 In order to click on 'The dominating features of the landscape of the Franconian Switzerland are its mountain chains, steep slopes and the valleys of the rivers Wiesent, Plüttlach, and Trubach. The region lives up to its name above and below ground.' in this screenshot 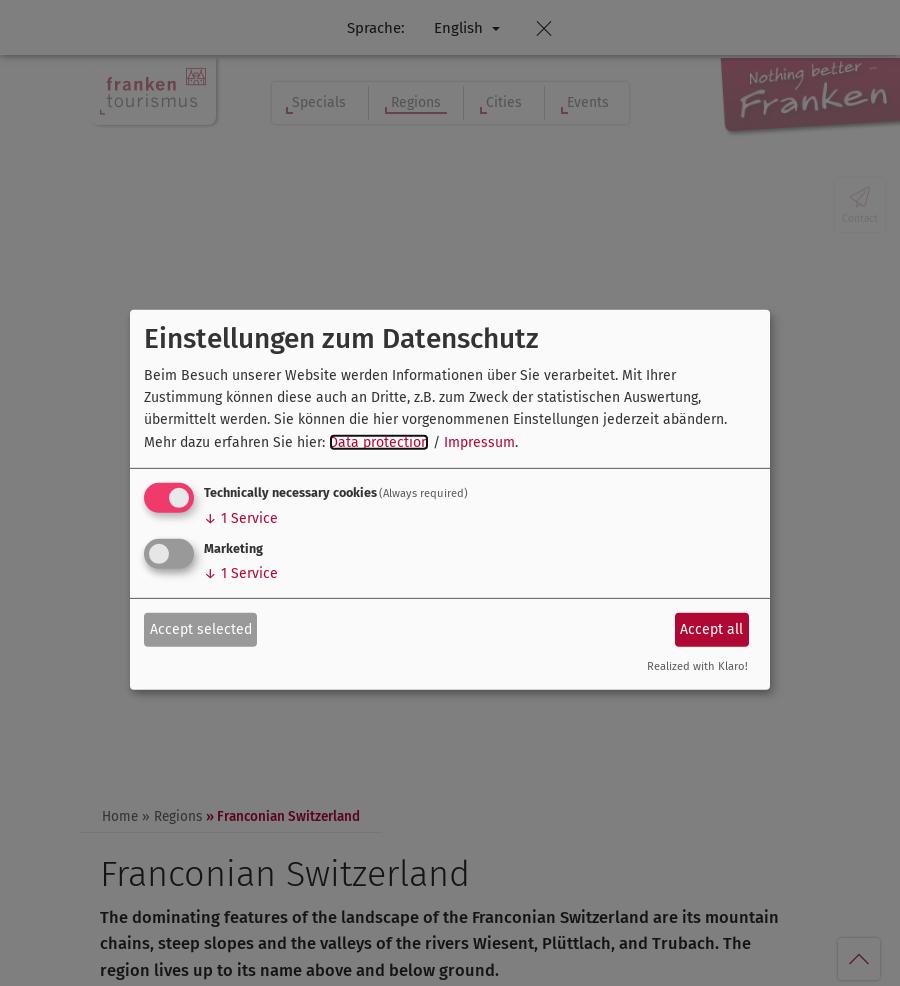, I will do `click(439, 943)`.